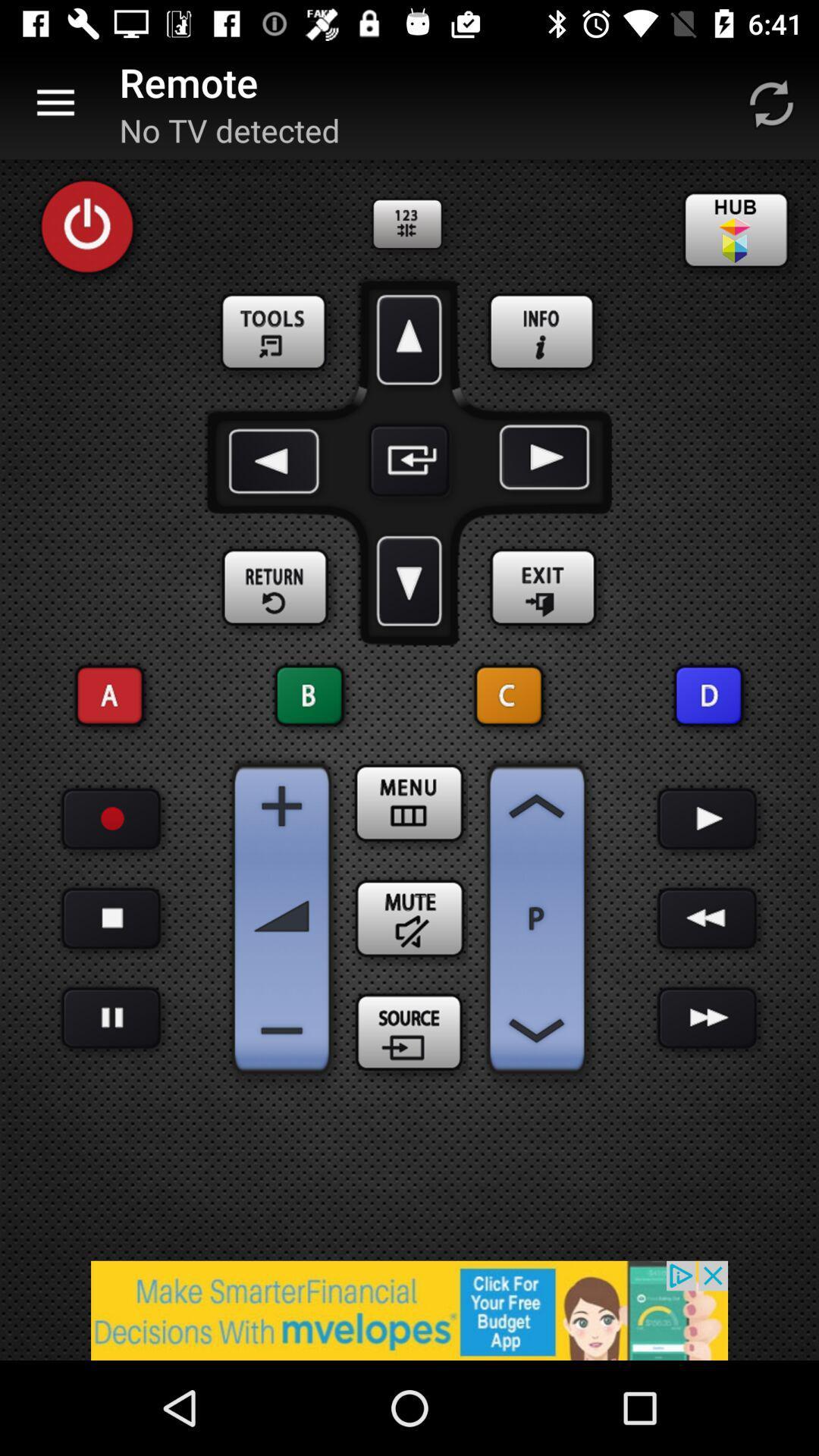  What do you see at coordinates (309, 695) in the screenshot?
I see `b` at bounding box center [309, 695].